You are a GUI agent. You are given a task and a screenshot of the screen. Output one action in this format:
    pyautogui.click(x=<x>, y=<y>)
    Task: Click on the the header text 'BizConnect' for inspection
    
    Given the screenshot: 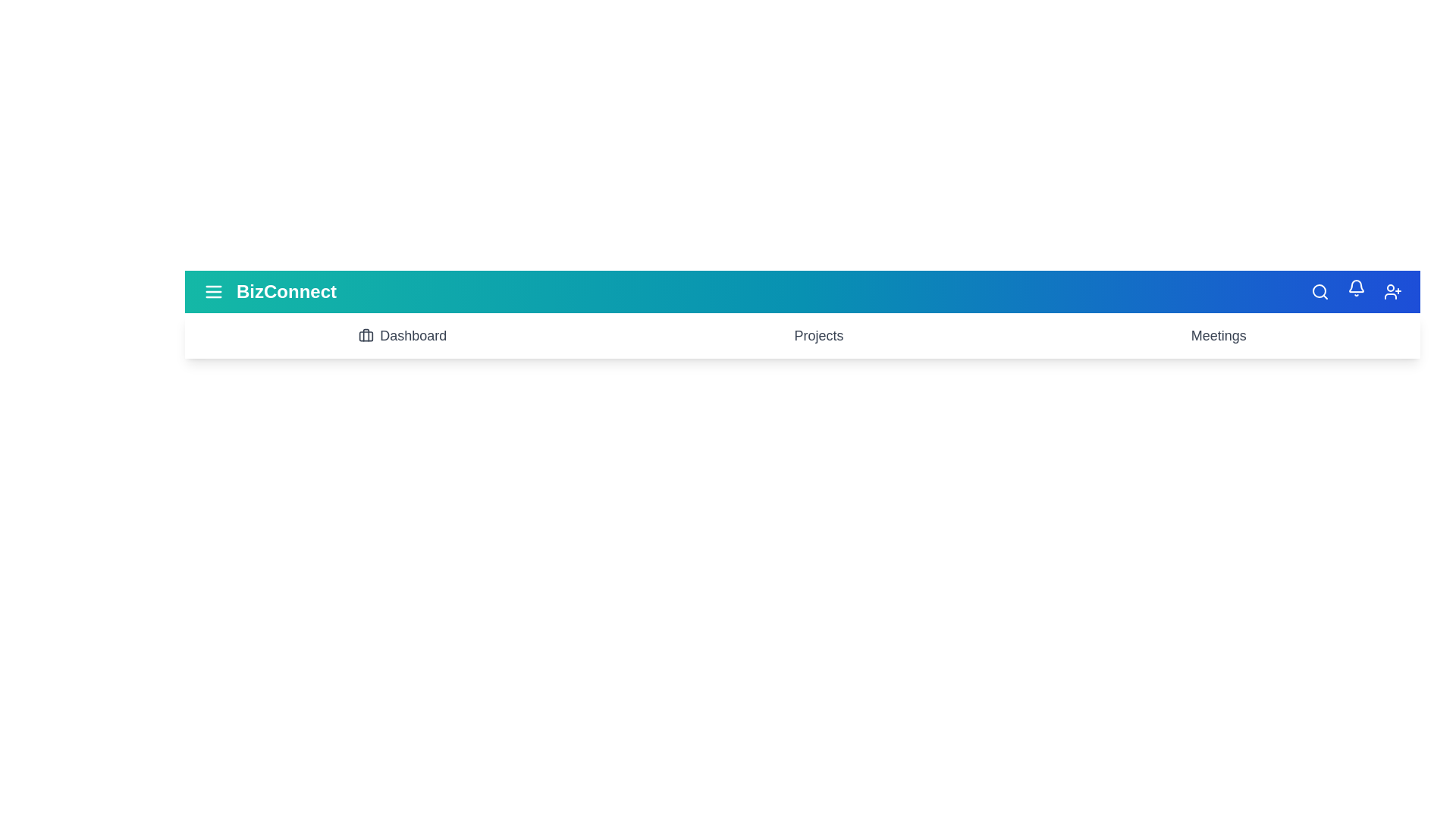 What is the action you would take?
    pyautogui.click(x=287, y=292)
    